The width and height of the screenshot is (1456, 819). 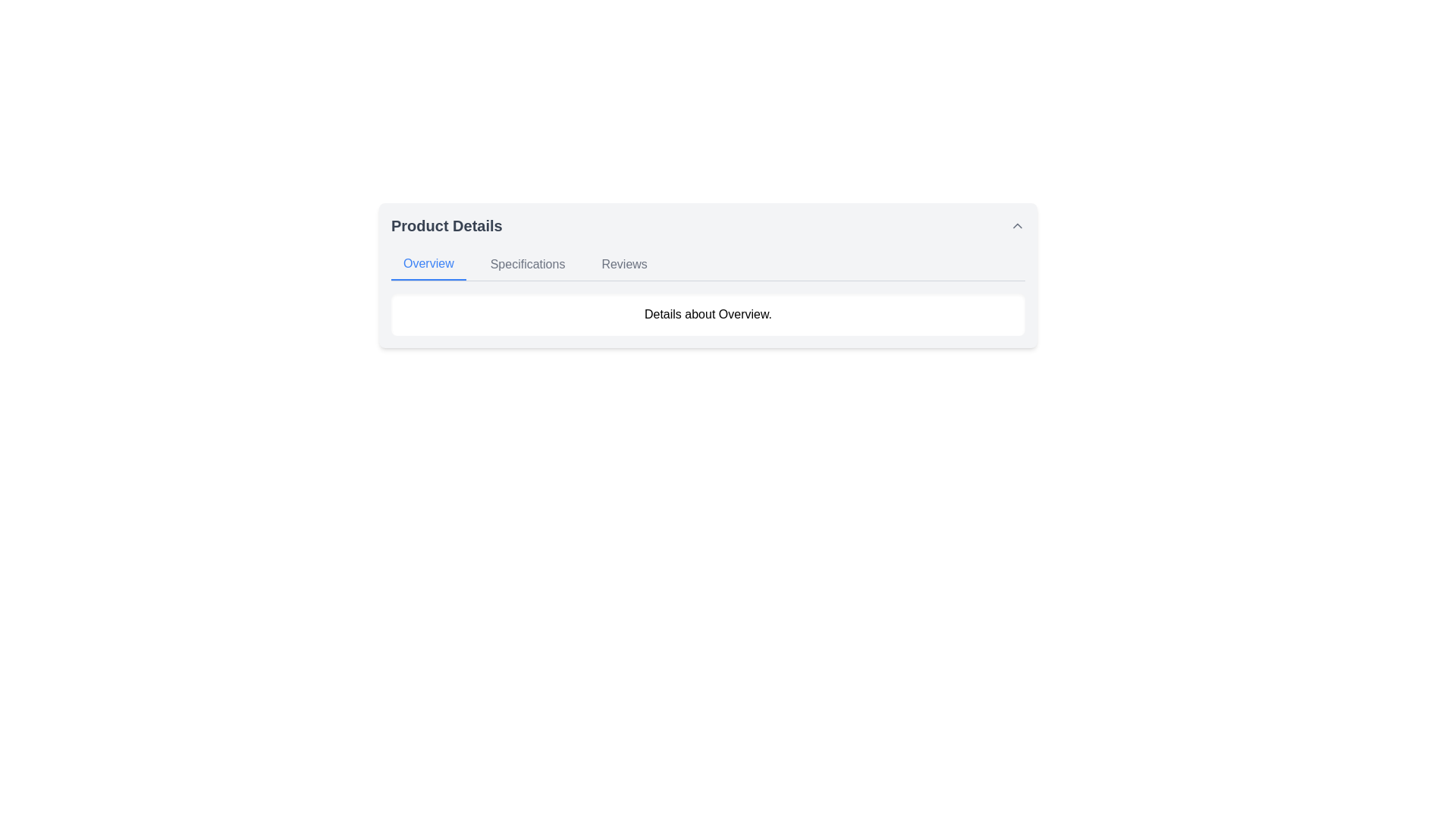 What do you see at coordinates (624, 263) in the screenshot?
I see `the 'Reviews' clickable navigation tab to change its color` at bounding box center [624, 263].